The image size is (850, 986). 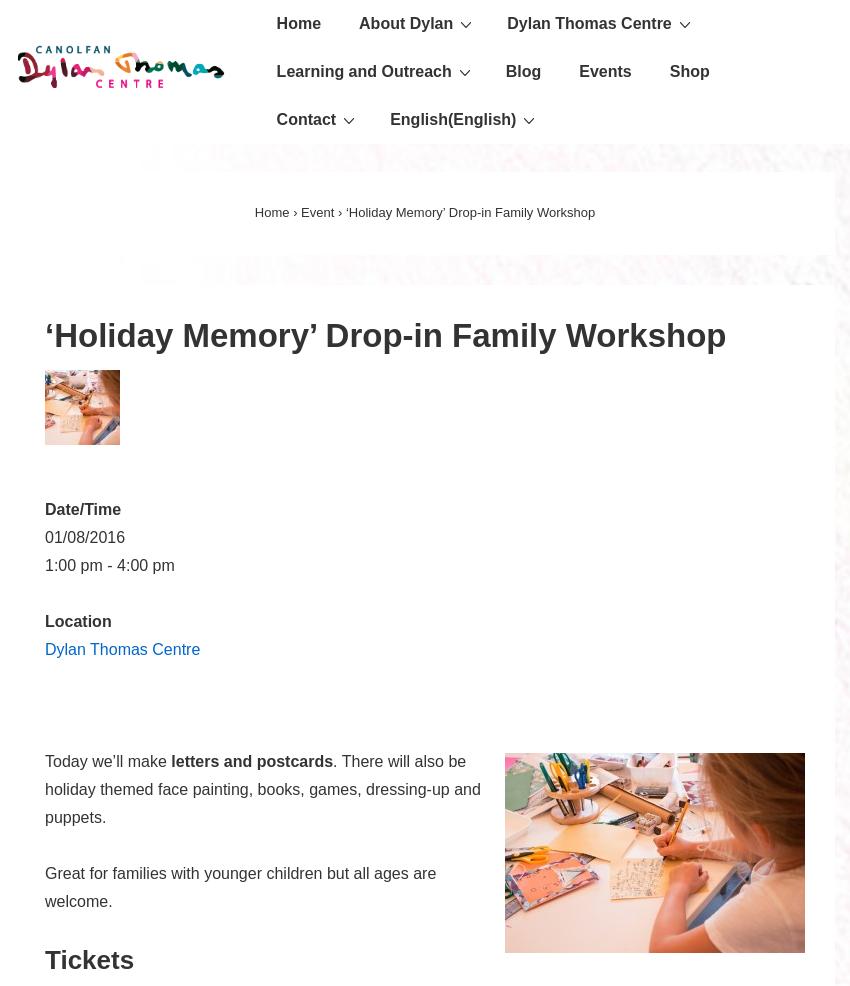 I want to click on 'Location', so click(x=78, y=621).